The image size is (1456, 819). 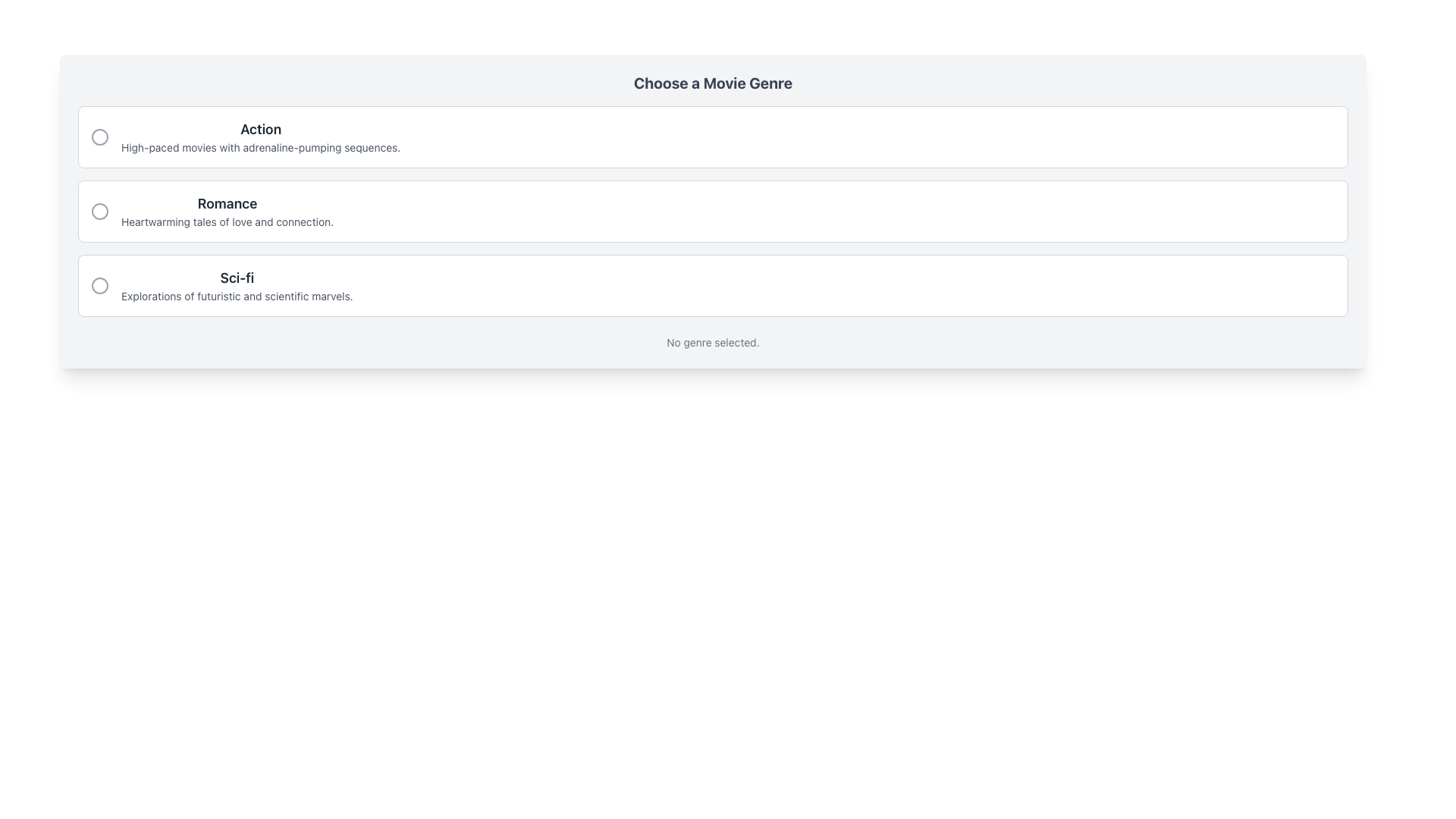 What do you see at coordinates (261, 148) in the screenshot?
I see `the text label that describes 'High-paced movies with adrenaline-pumping sequences.' located under the heading 'Action'` at bounding box center [261, 148].